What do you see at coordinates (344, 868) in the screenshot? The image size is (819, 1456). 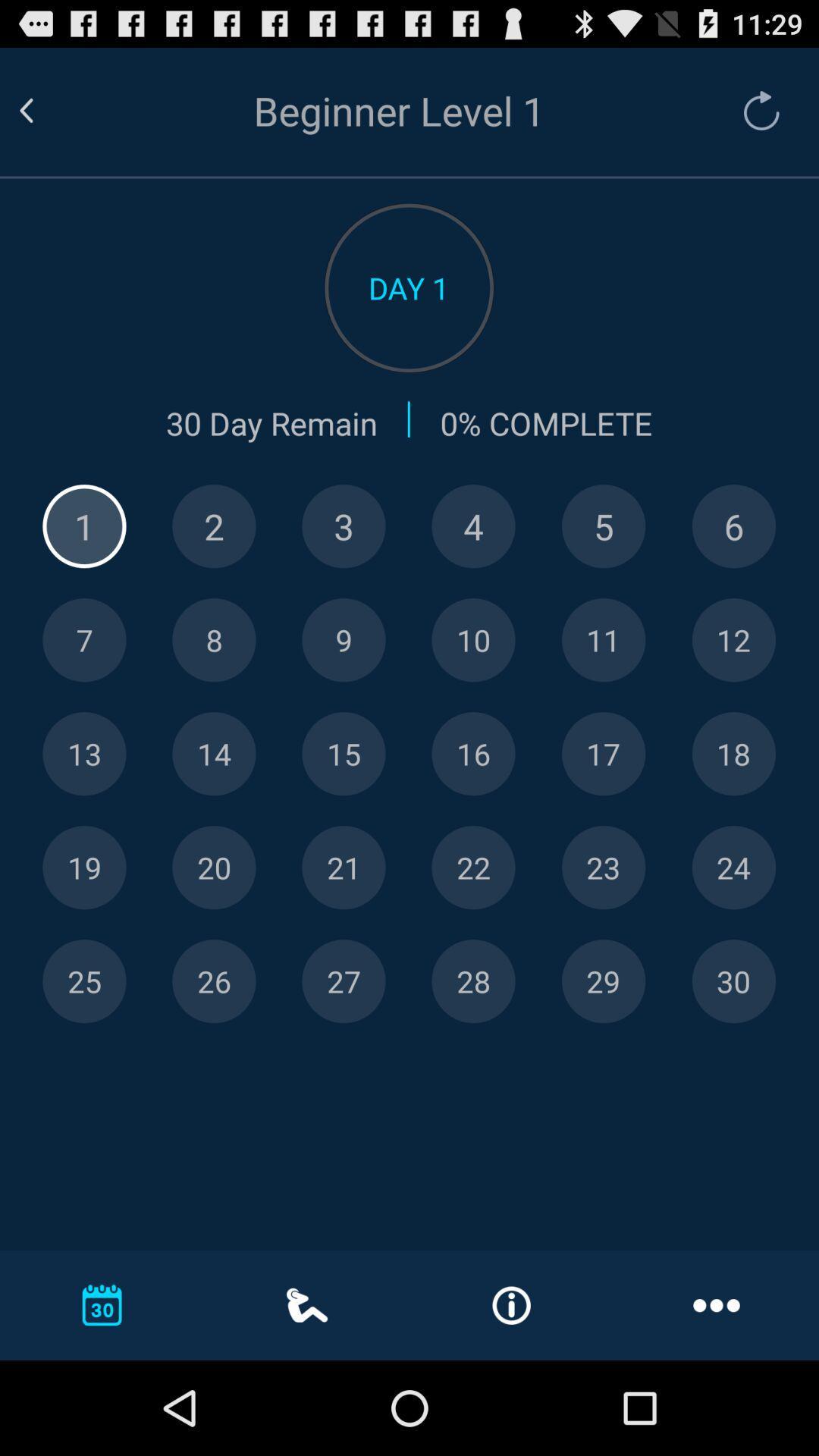 I see `keyborad` at bounding box center [344, 868].